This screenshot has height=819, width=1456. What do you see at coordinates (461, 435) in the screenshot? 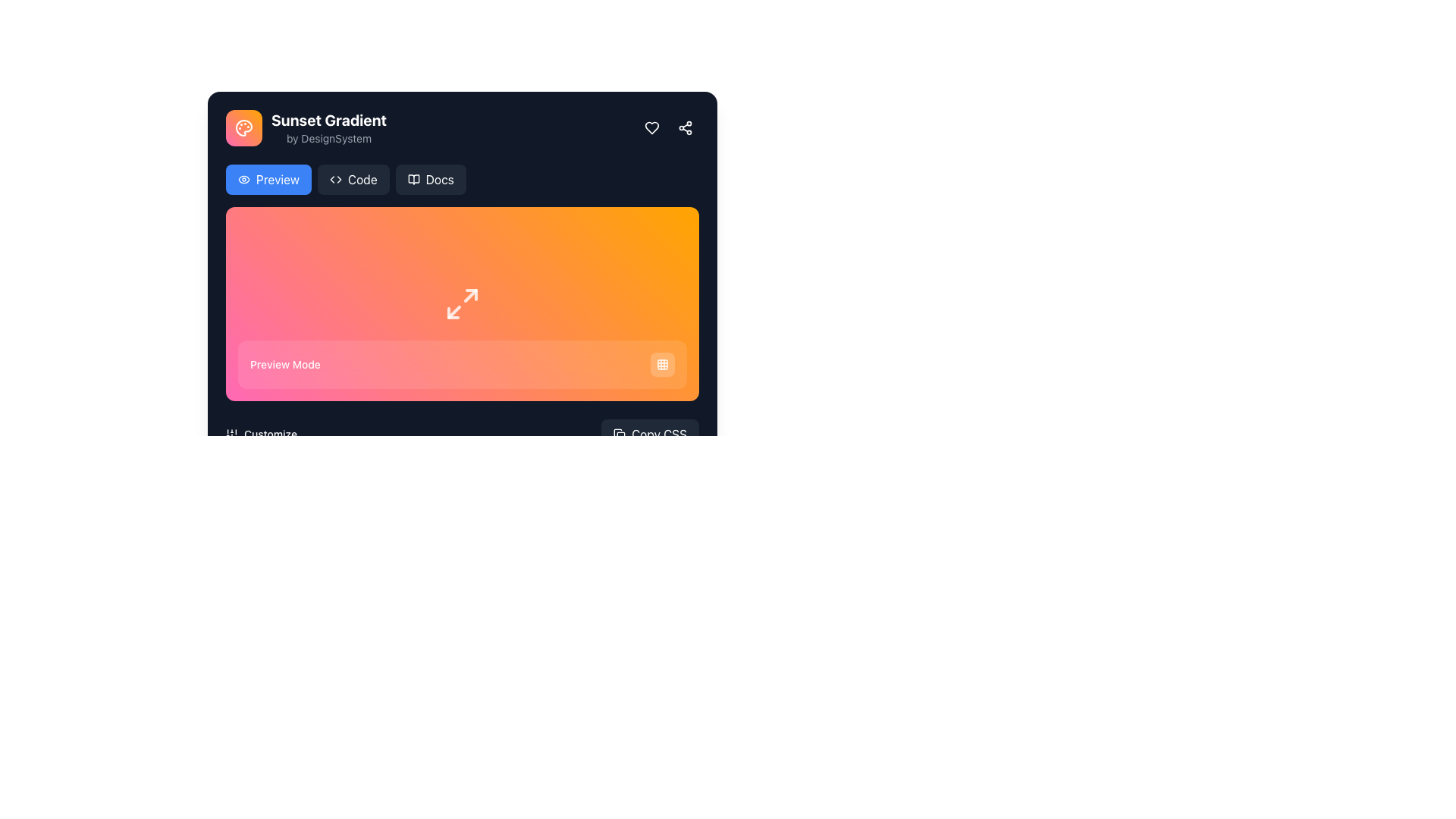
I see `the 'Copy CSS' button located within the bottom section of the main card, adjacent to the 'Customize' text label` at bounding box center [461, 435].